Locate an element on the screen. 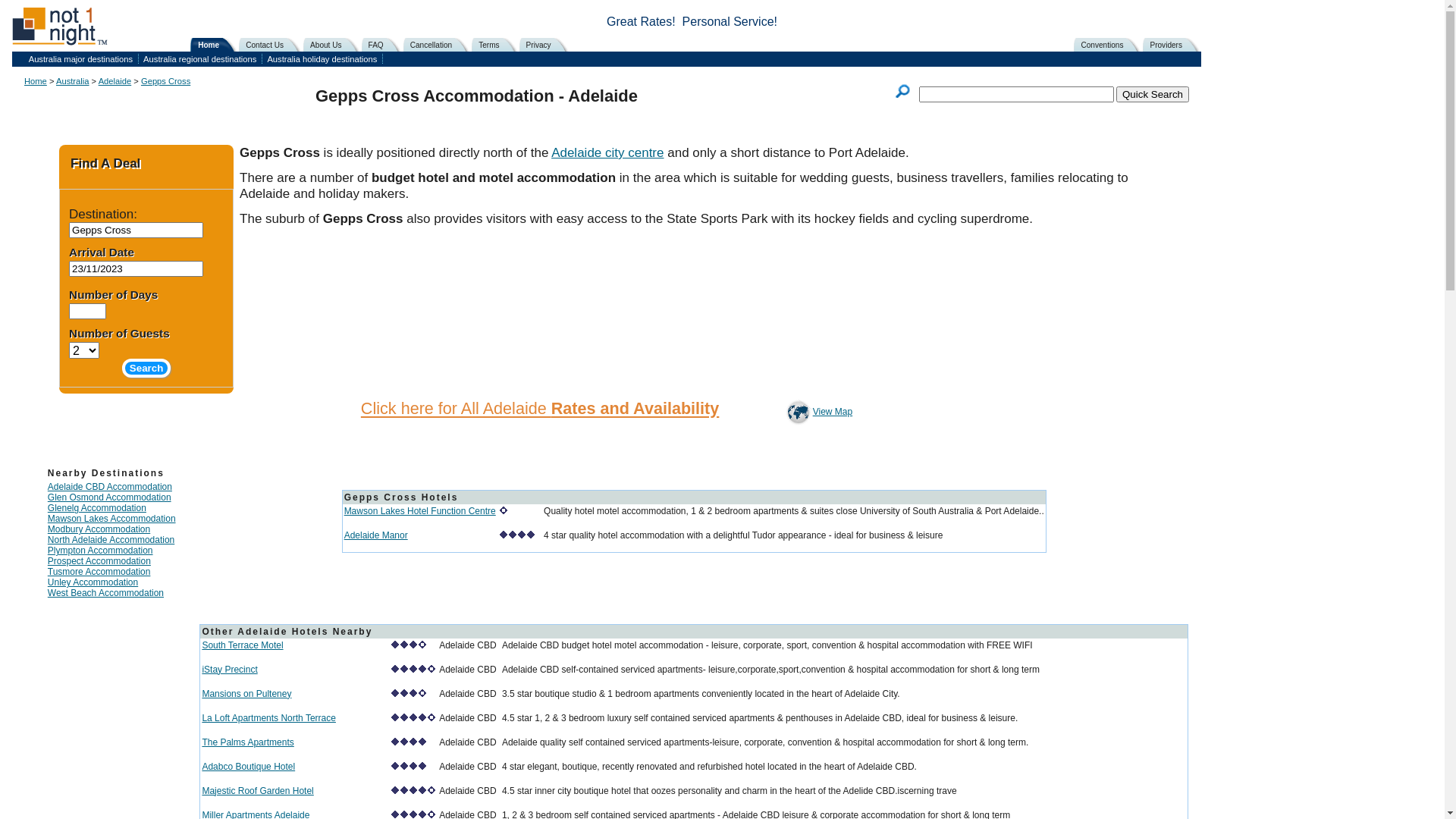  'Adabco Boutique Hotel' is located at coordinates (248, 766).